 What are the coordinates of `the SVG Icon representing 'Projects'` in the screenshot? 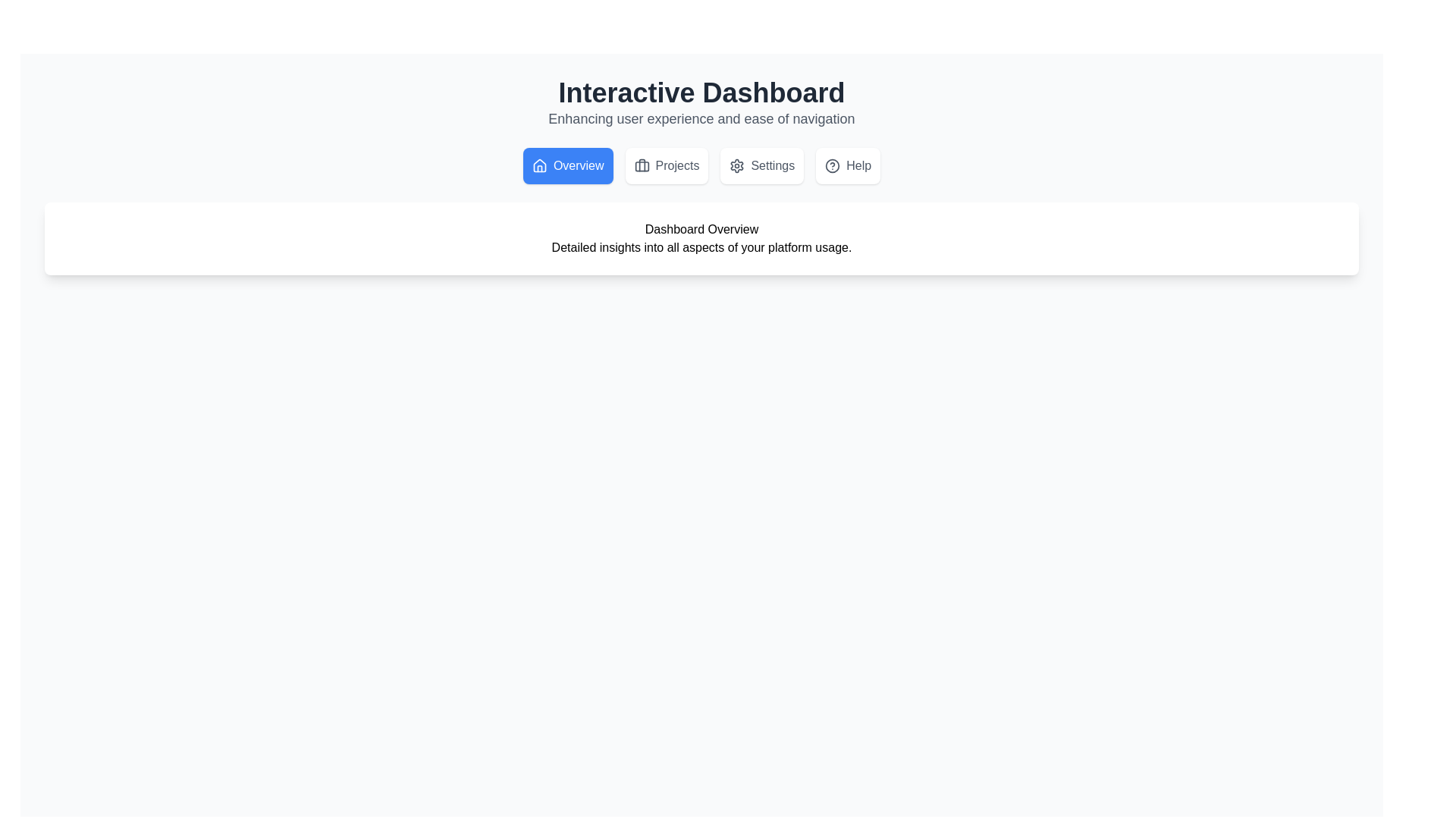 It's located at (642, 166).